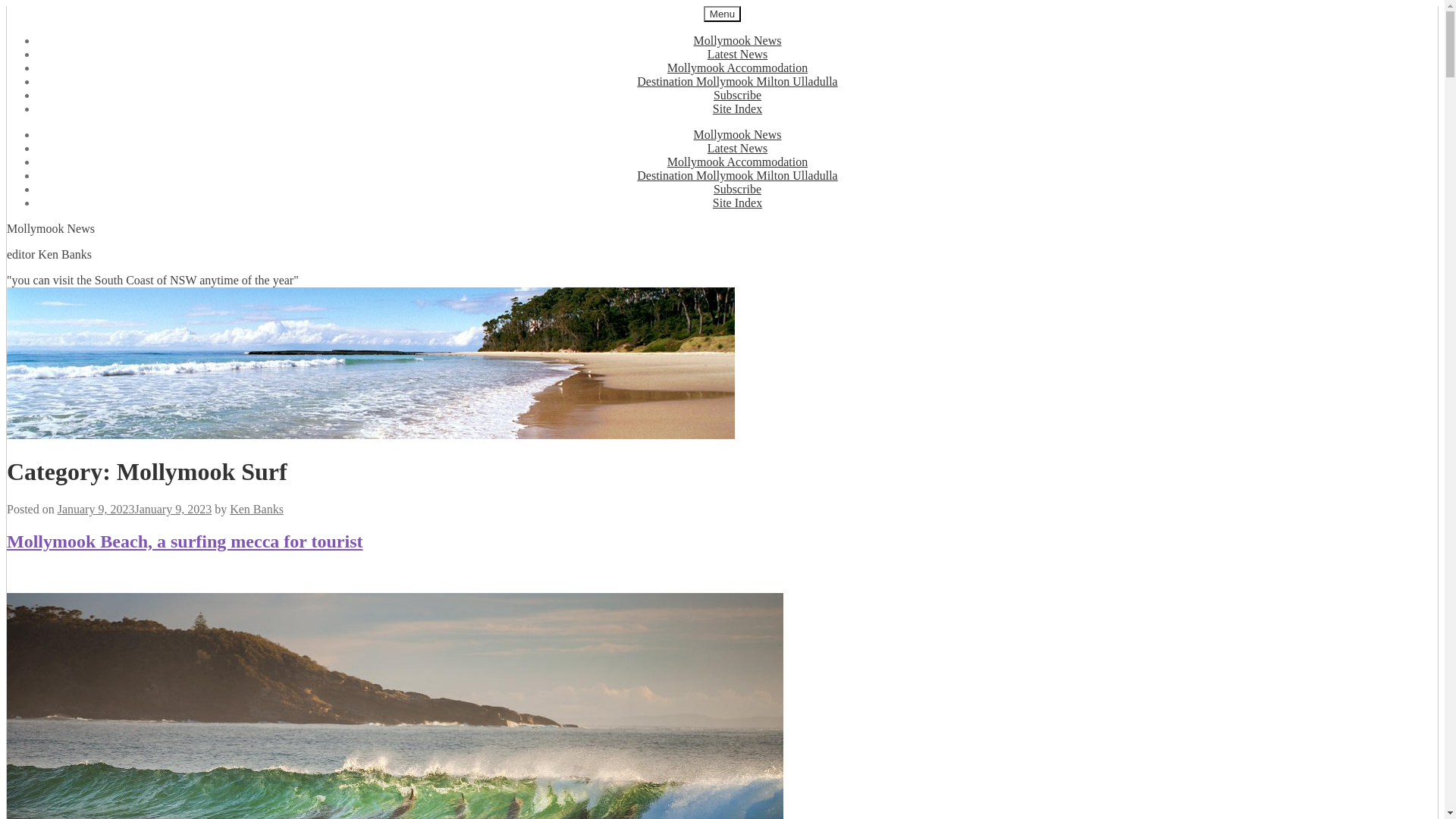 Image resolution: width=1456 pixels, height=819 pixels. I want to click on 'Latest News', so click(738, 148).